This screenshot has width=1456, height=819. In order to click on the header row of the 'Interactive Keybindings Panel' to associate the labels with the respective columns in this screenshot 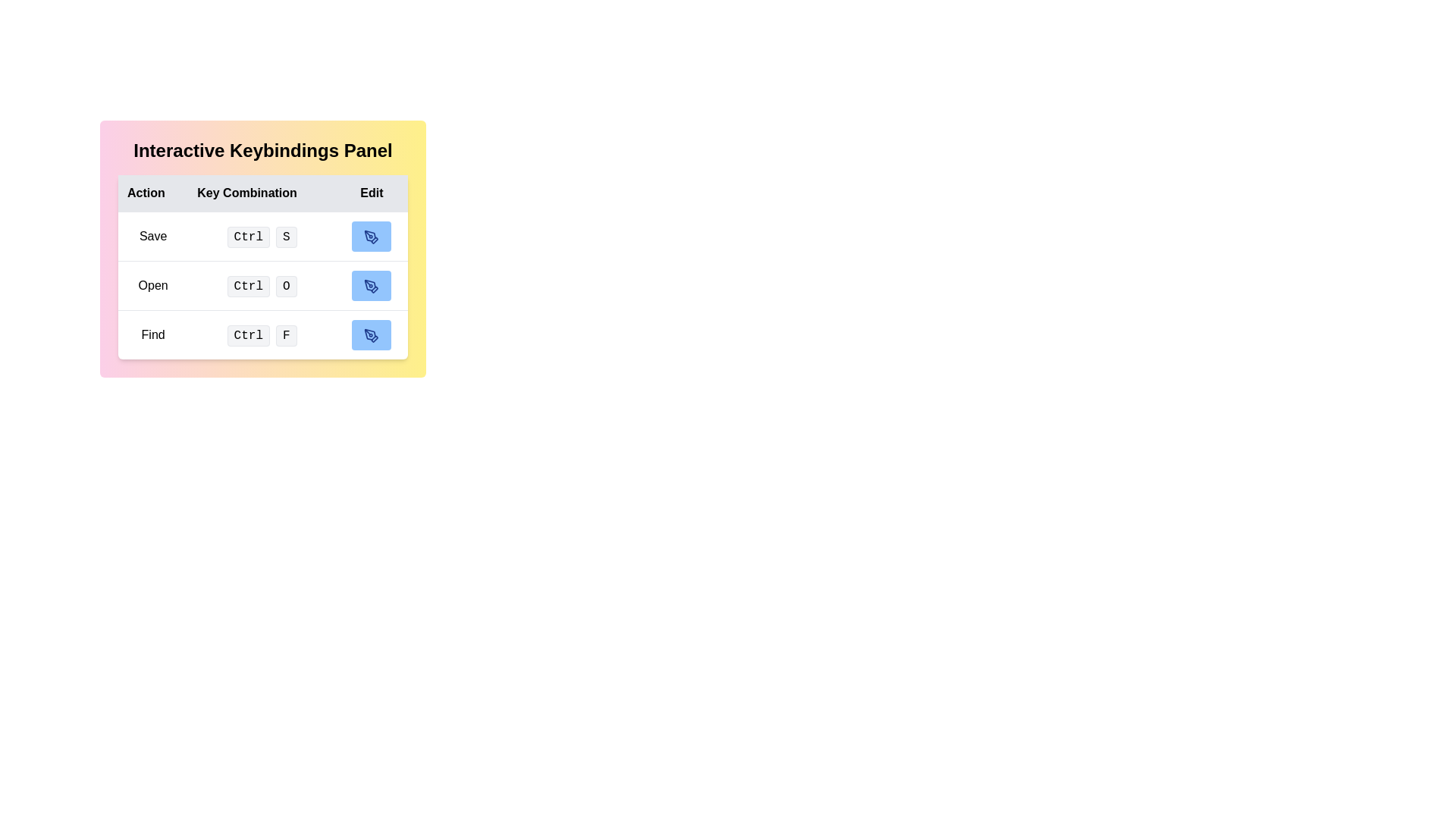, I will do `click(262, 192)`.